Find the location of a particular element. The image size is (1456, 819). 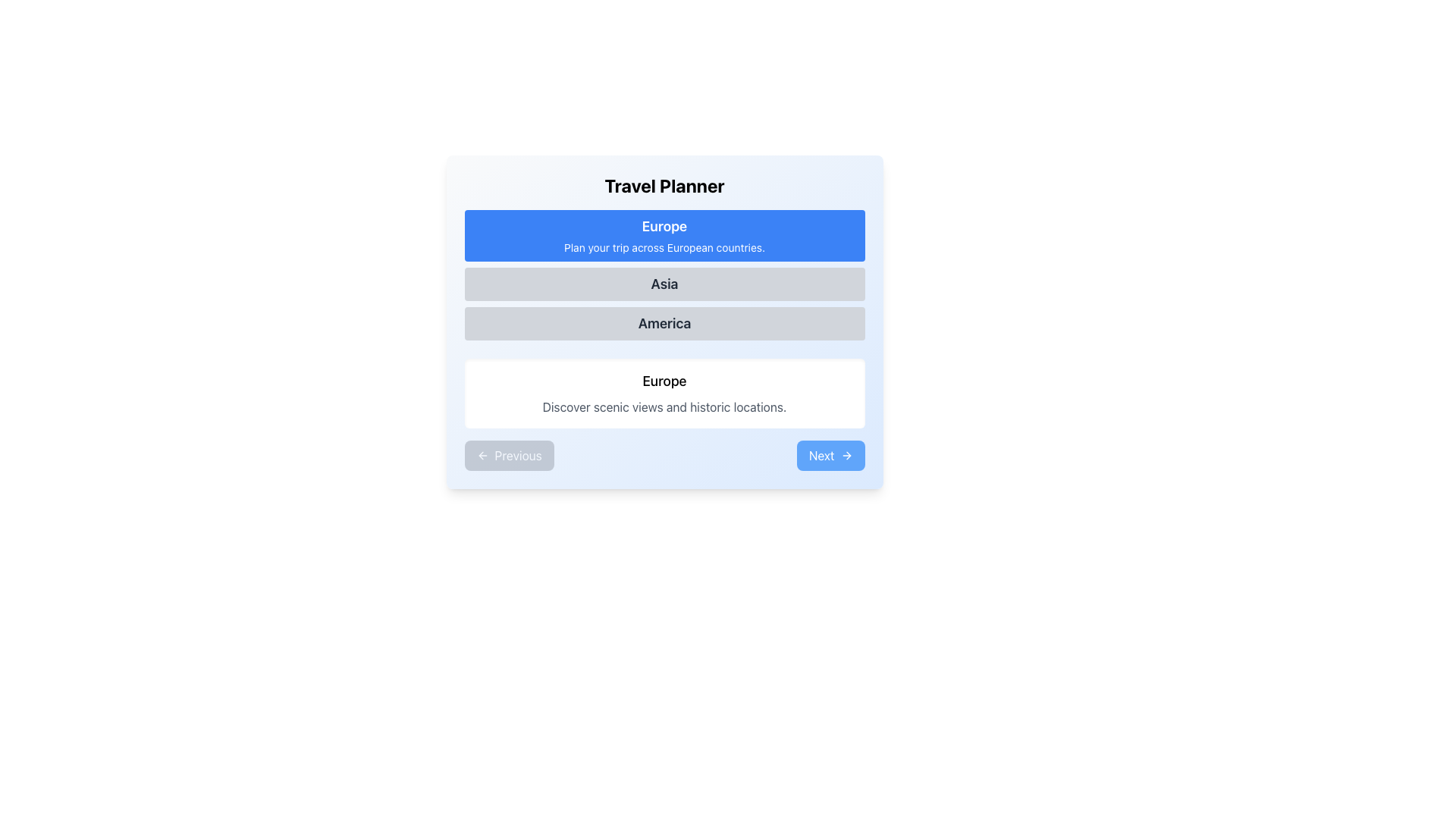

the text label that reads 'Plan your trip across European countries.' which is displayed below the larger text 'Europe' within a blue rectangular background is located at coordinates (664, 247).